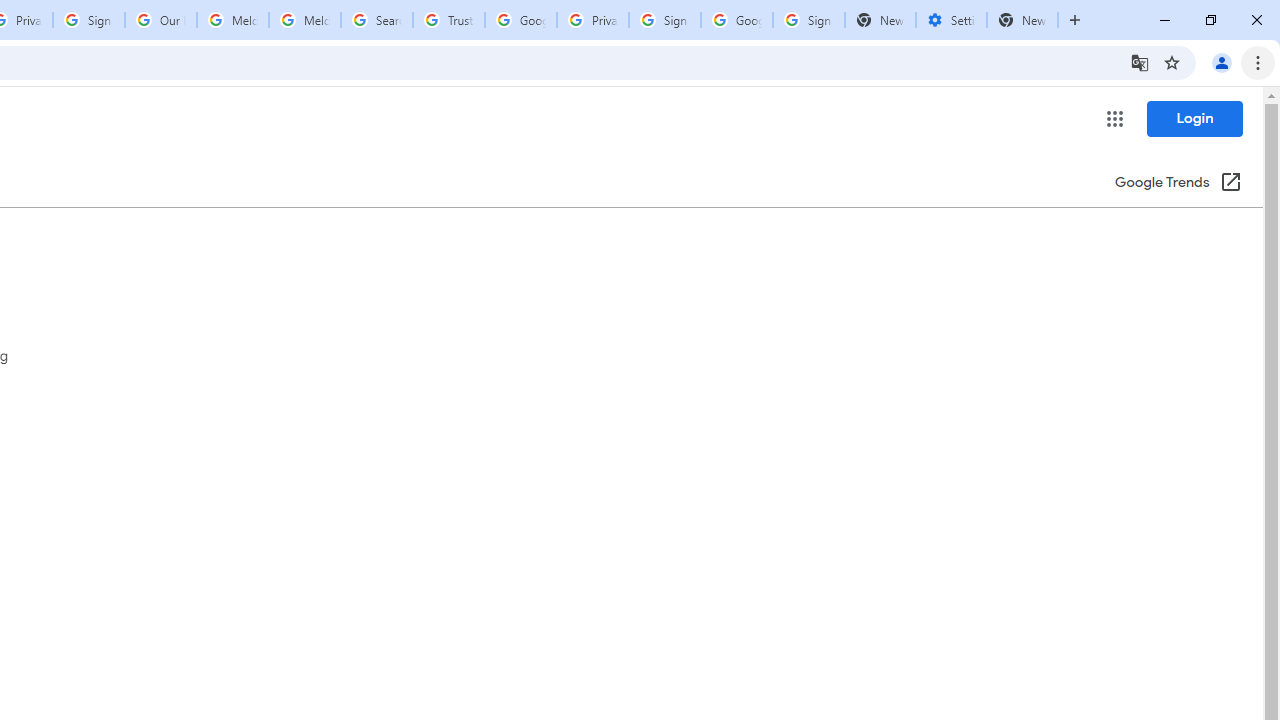 The image size is (1280, 720). What do you see at coordinates (1139, 61) in the screenshot?
I see `'Translate this page'` at bounding box center [1139, 61].